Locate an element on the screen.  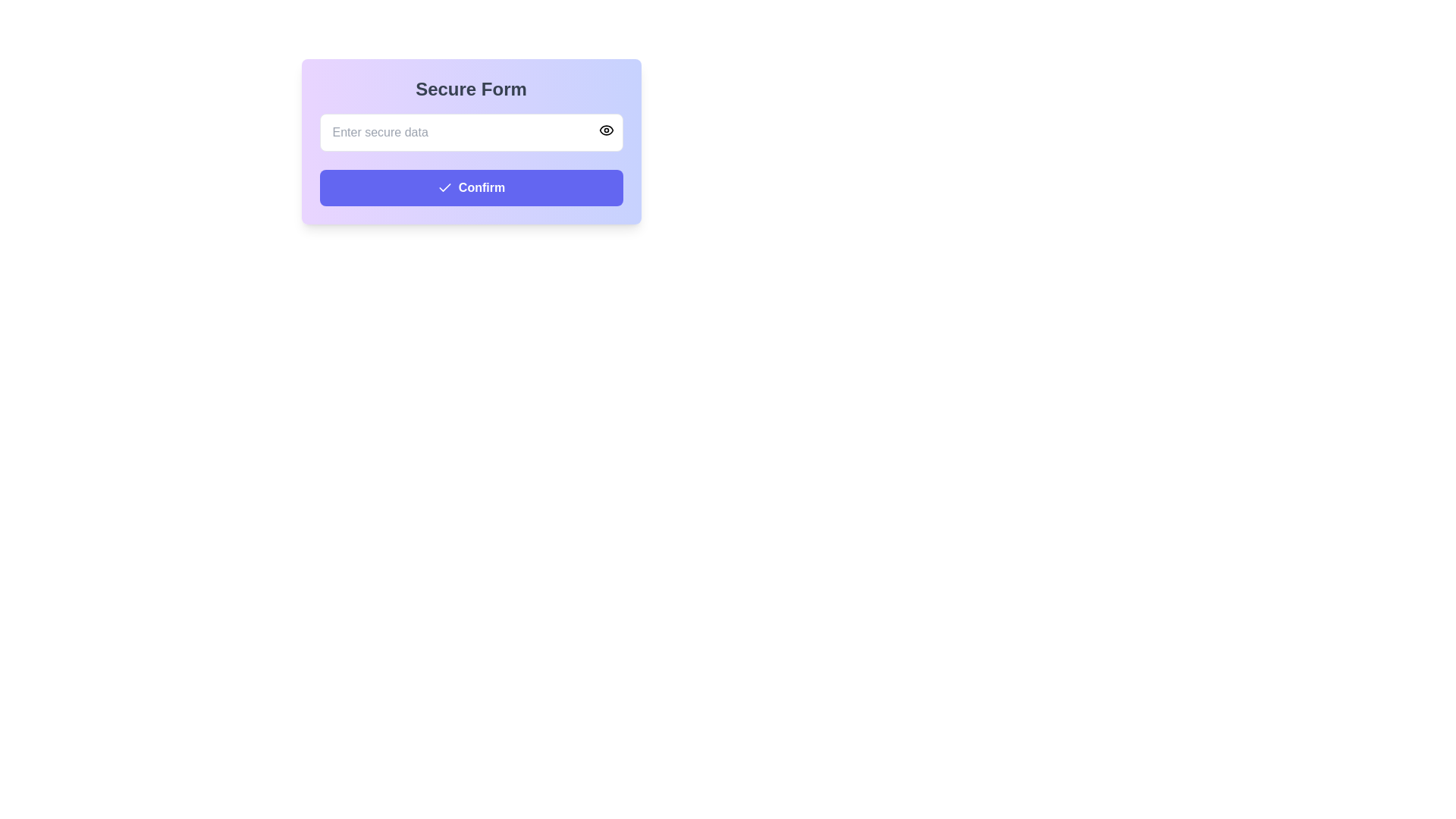
the SVG checkmark icon that is part of the 'Confirm' button, indicating a positive affirmation is located at coordinates (444, 187).